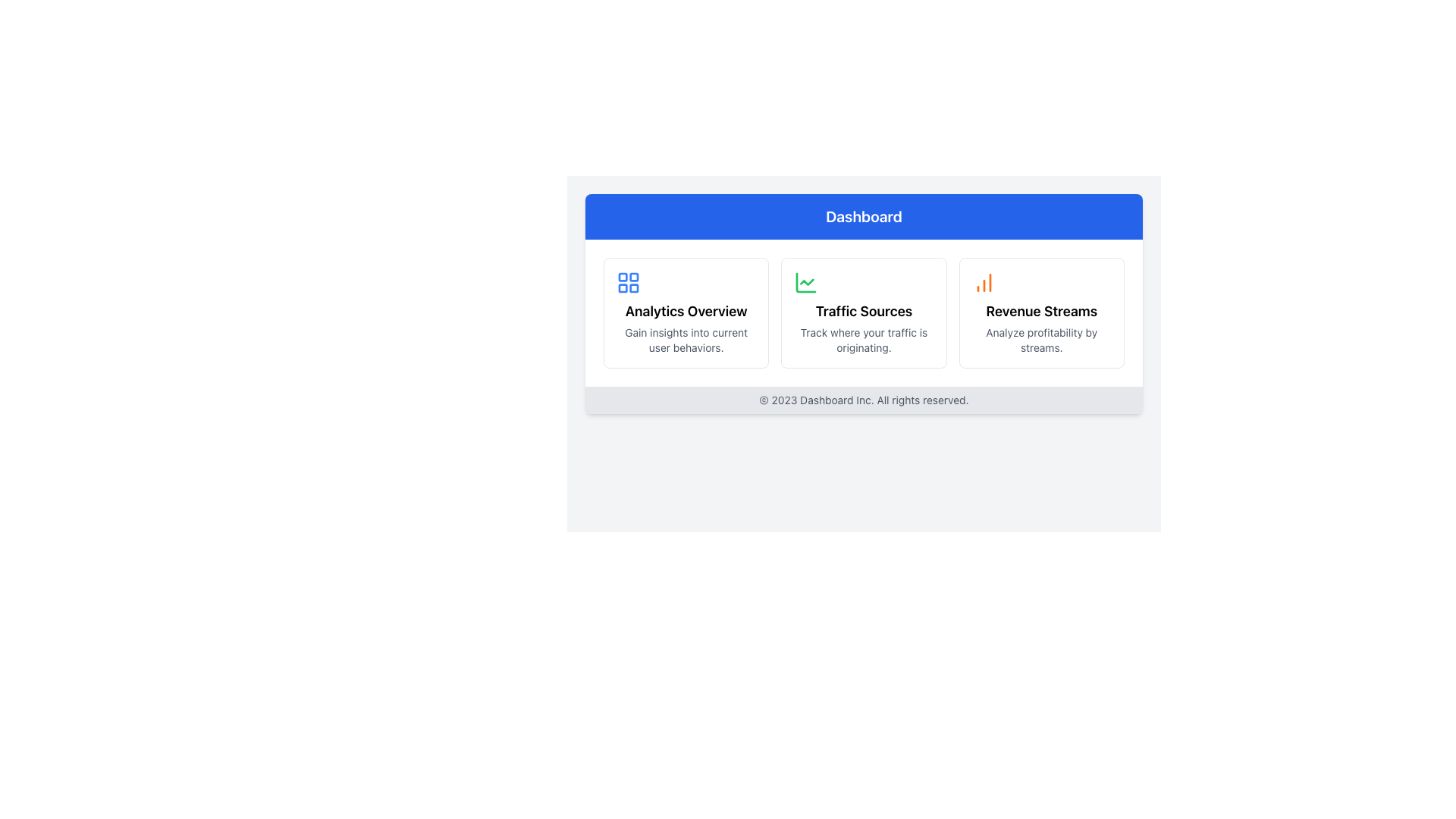  What do you see at coordinates (1040, 339) in the screenshot?
I see `text label saying 'Analyze profitability by streams.' located in the card under the 'Revenue Streams' heading` at bounding box center [1040, 339].